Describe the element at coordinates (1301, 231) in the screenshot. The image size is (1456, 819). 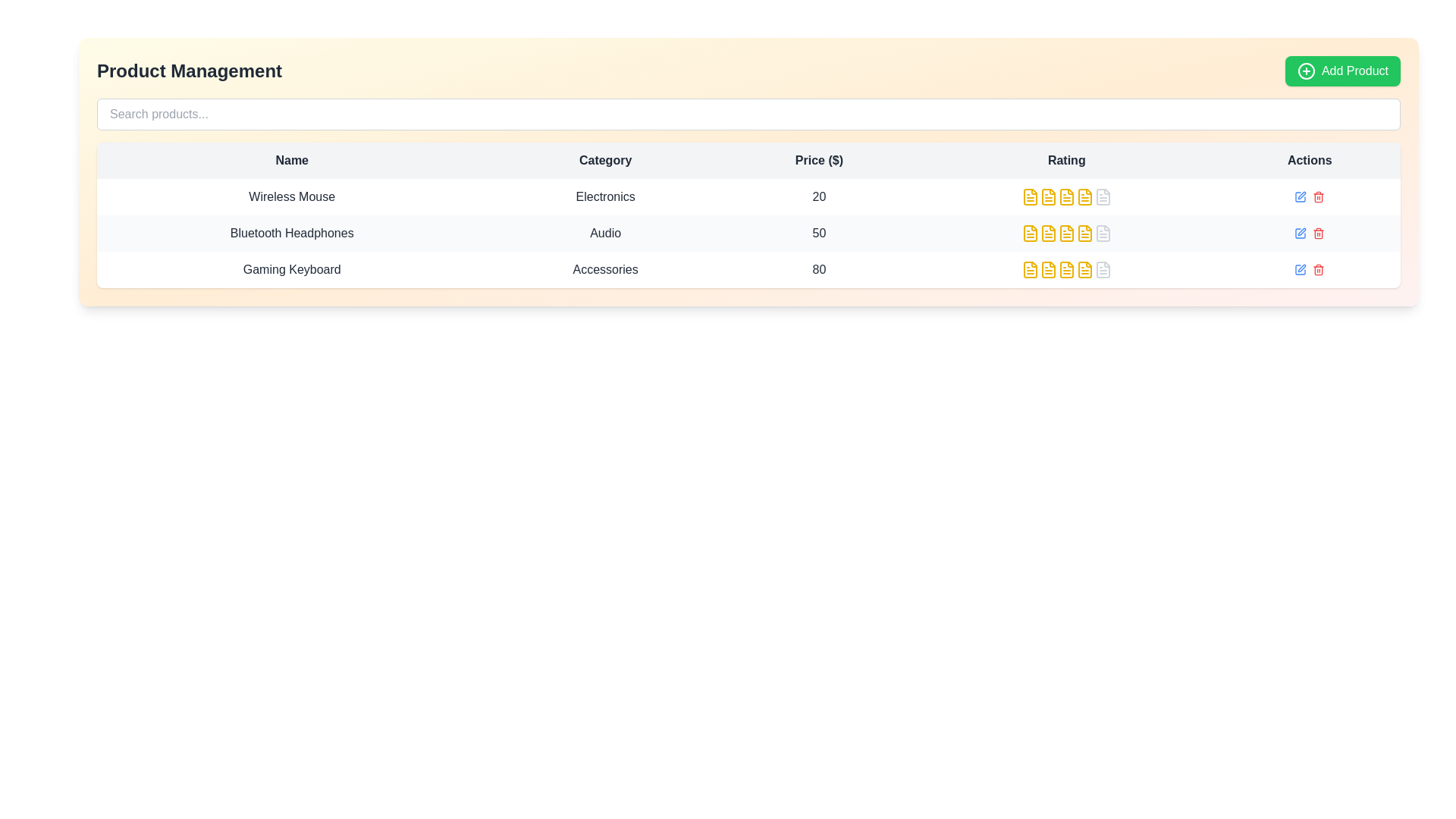
I see `the edit icon button located in the 'Actions' column of the third data row in the table` at that location.